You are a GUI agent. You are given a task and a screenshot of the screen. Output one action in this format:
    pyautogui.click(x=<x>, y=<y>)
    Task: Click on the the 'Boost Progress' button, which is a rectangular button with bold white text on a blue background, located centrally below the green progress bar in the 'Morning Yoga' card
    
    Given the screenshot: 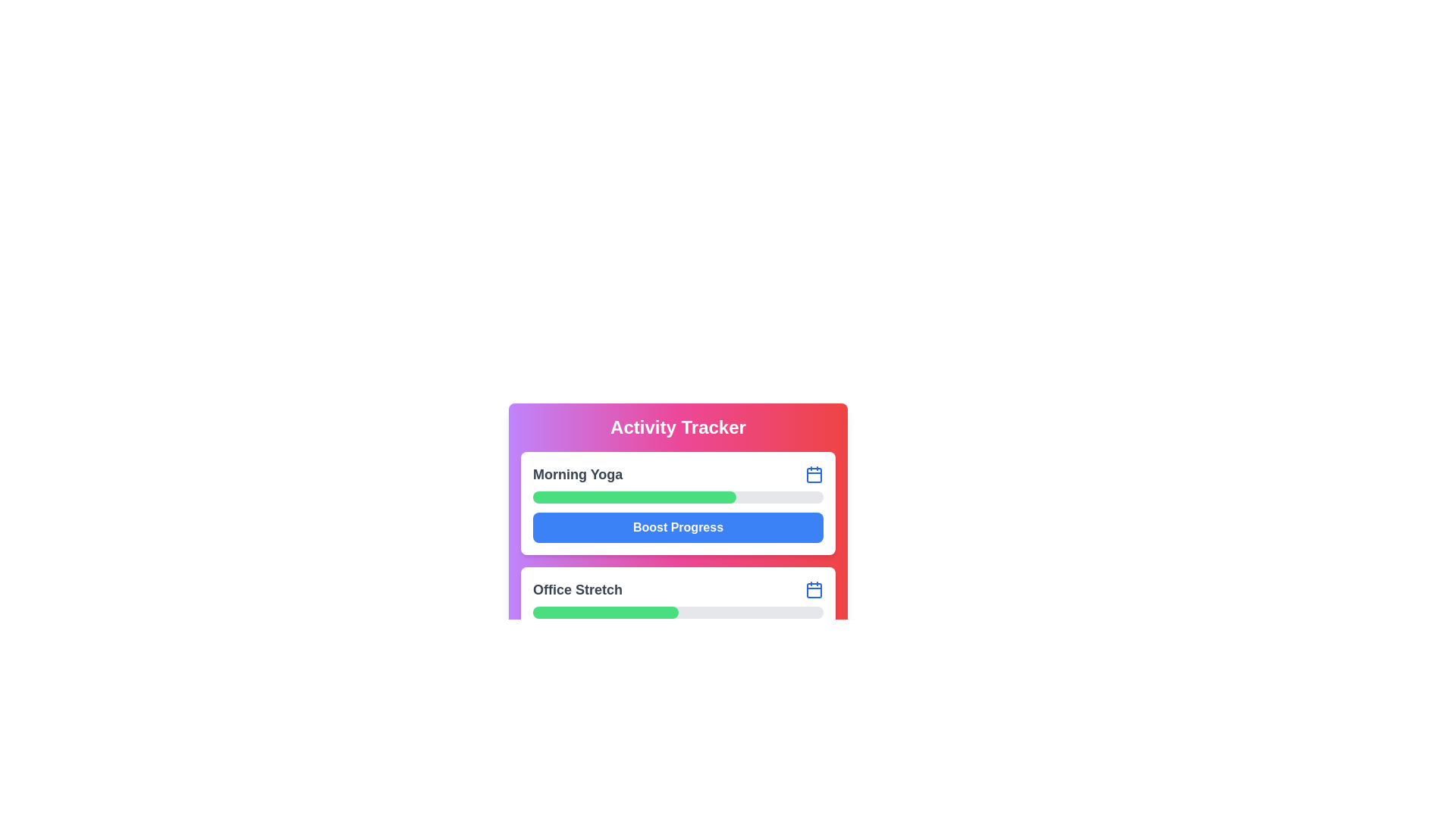 What is the action you would take?
    pyautogui.click(x=677, y=526)
    